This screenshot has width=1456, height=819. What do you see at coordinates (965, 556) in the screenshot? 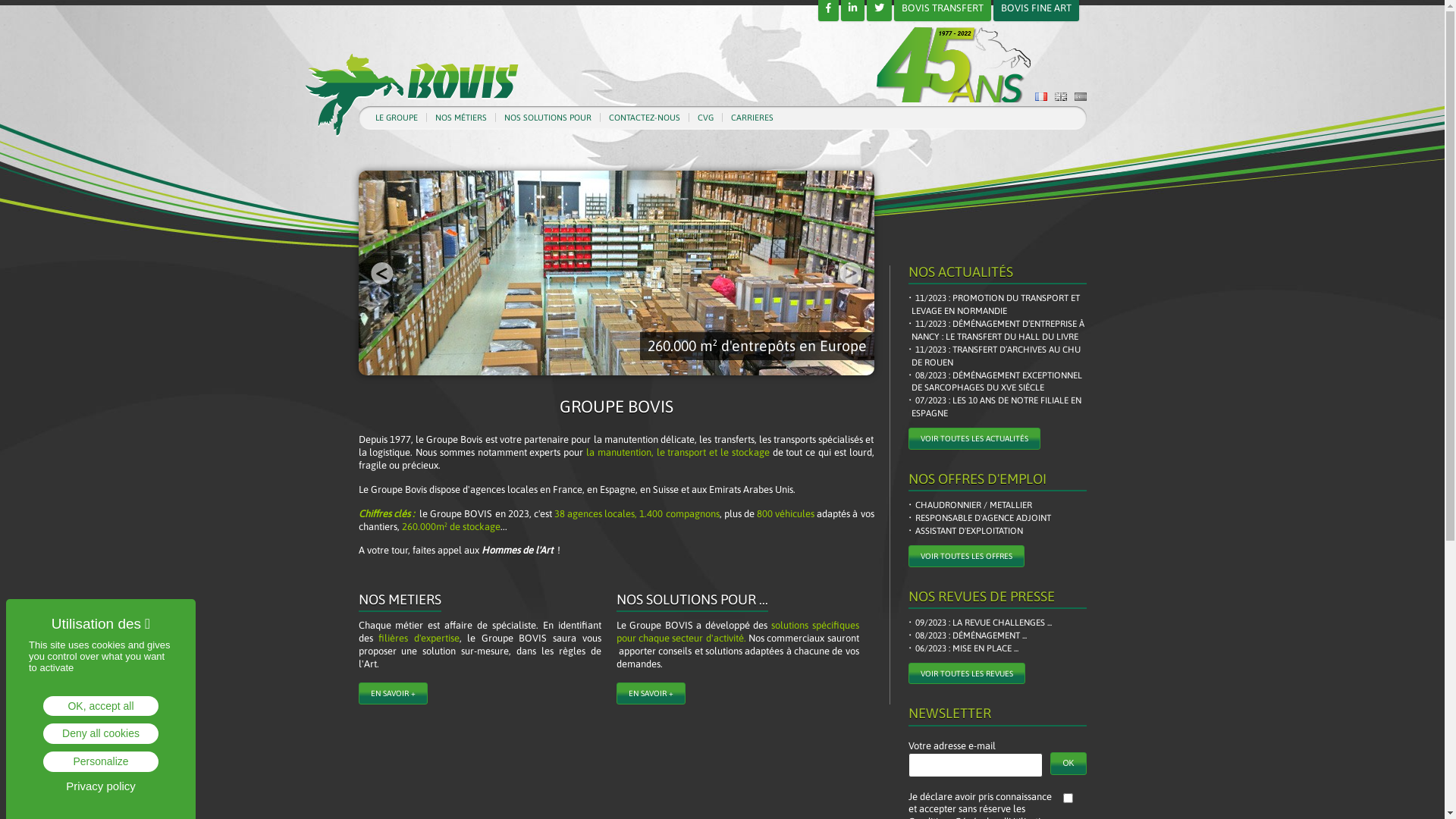
I see `'VOIR TOUTES LES OFFRES'` at bounding box center [965, 556].